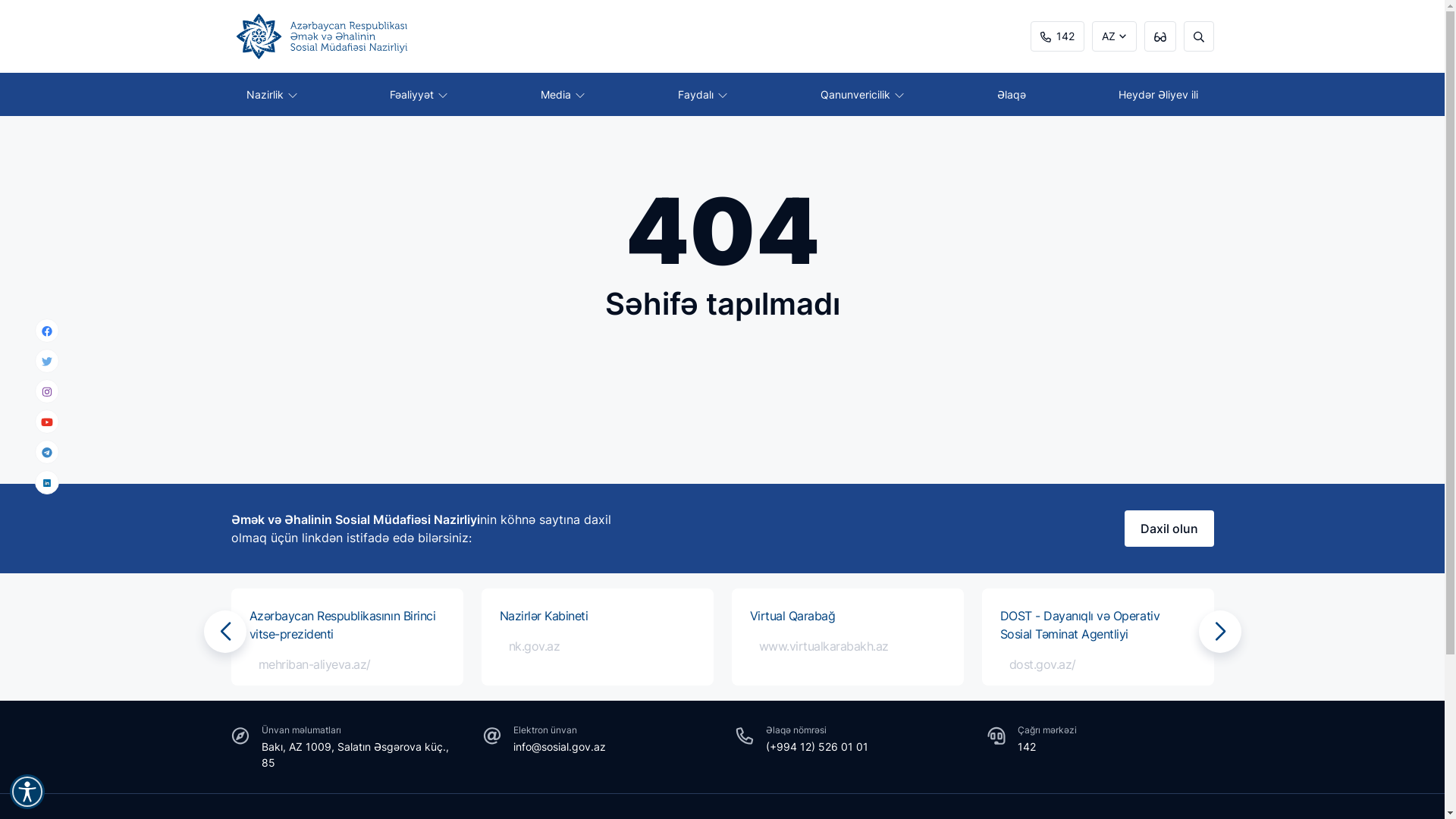 The width and height of the screenshot is (1456, 819). I want to click on 'Daxil olun', so click(1124, 528).